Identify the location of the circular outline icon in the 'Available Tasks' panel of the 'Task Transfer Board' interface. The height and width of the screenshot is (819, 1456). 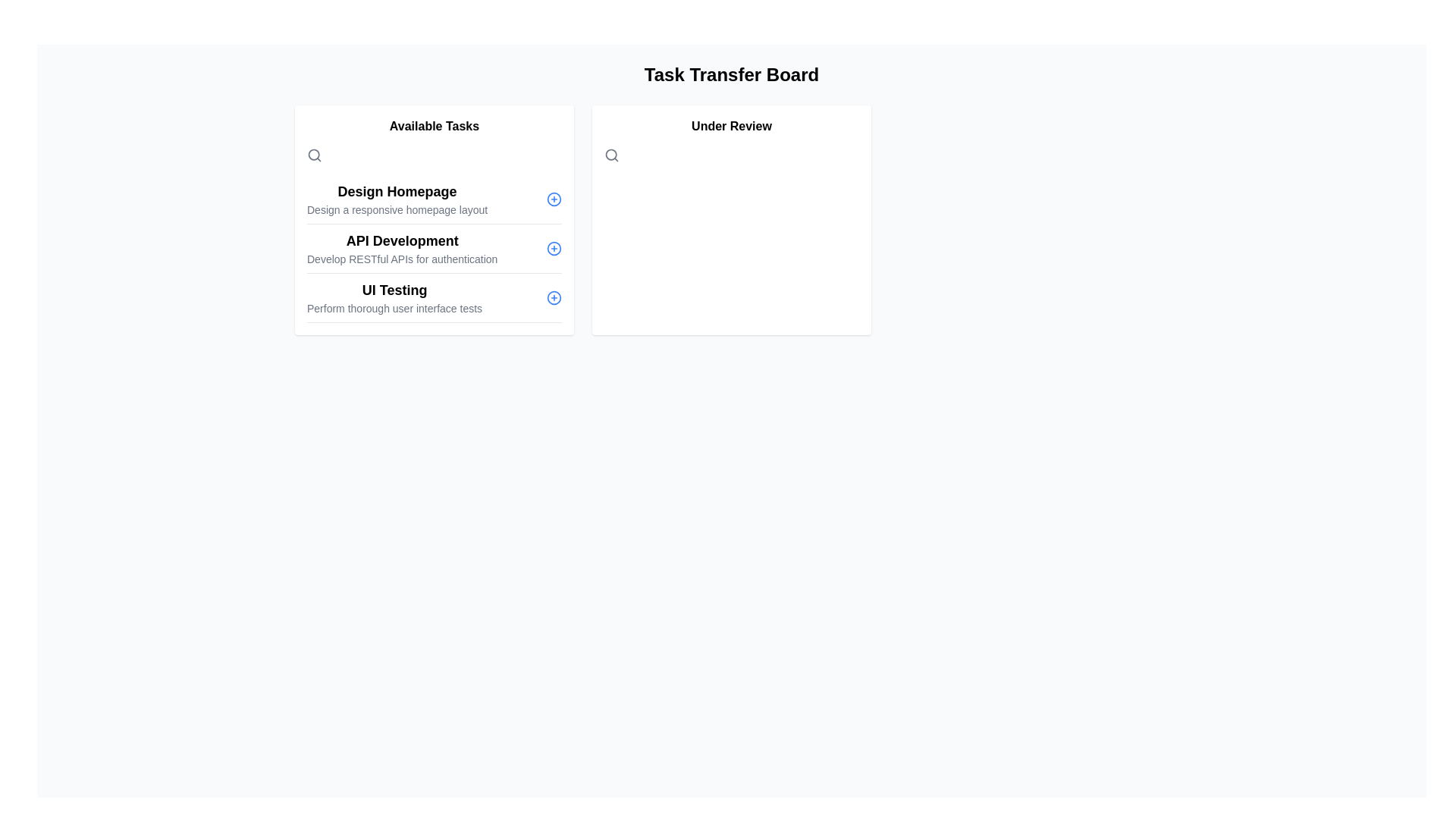
(553, 198).